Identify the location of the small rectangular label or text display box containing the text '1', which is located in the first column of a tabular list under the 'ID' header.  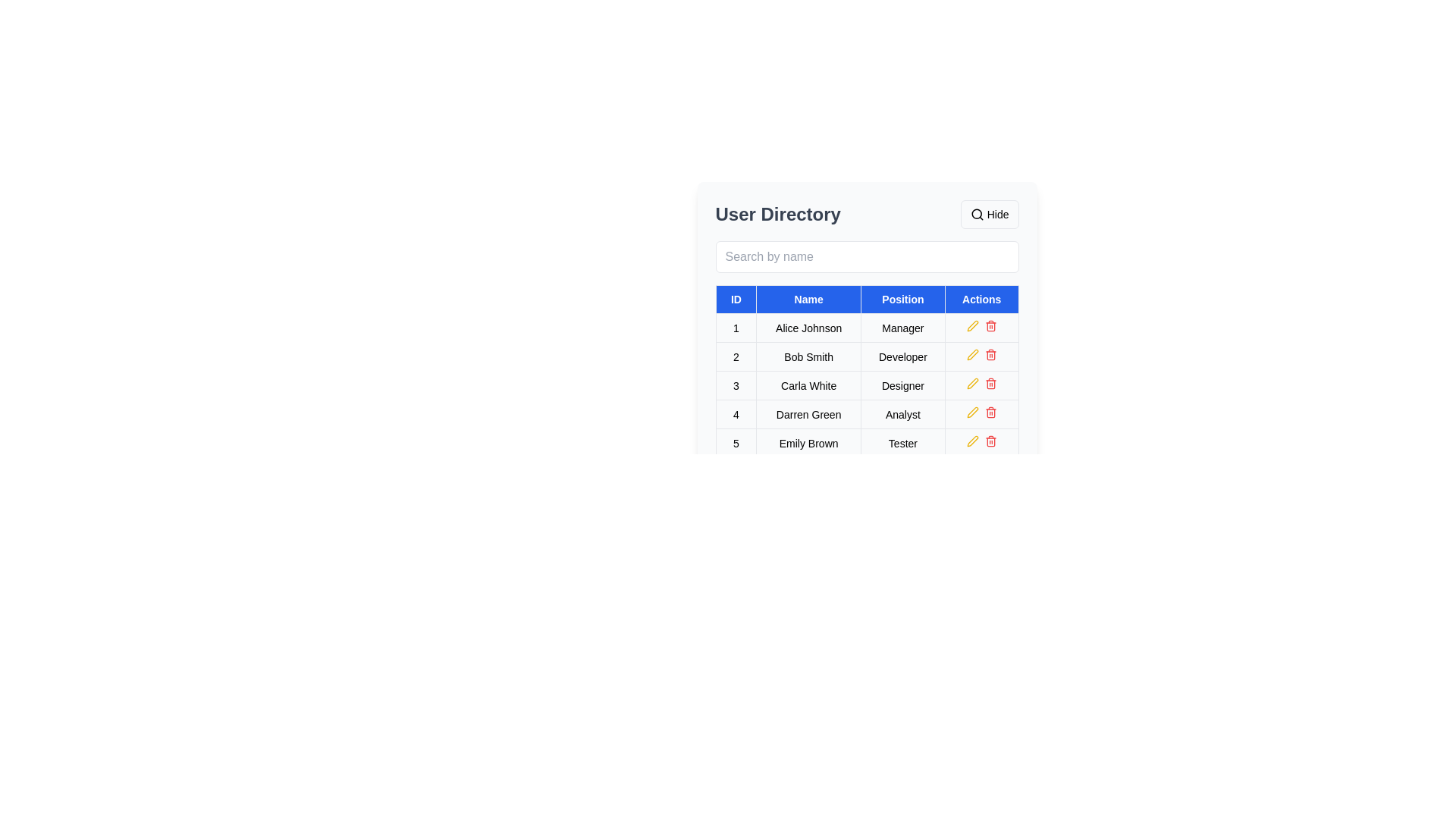
(736, 327).